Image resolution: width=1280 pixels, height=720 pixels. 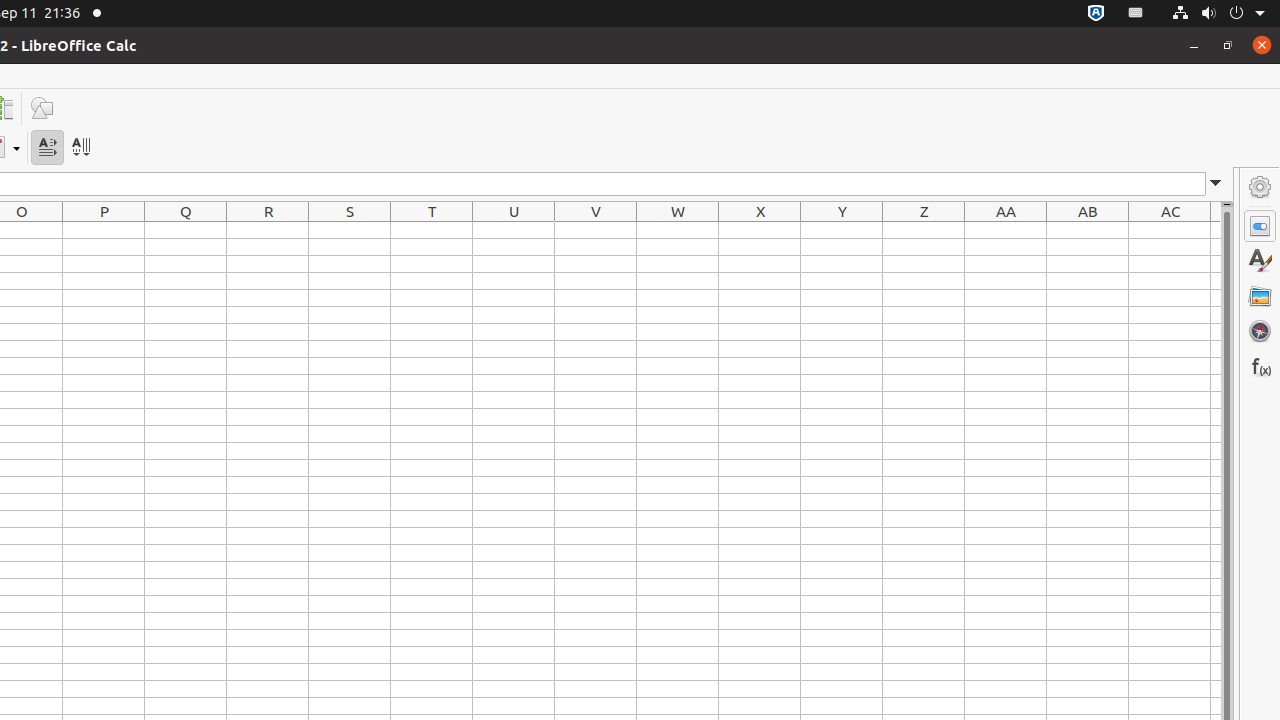 I want to click on 'AB1', so click(x=1087, y=229).